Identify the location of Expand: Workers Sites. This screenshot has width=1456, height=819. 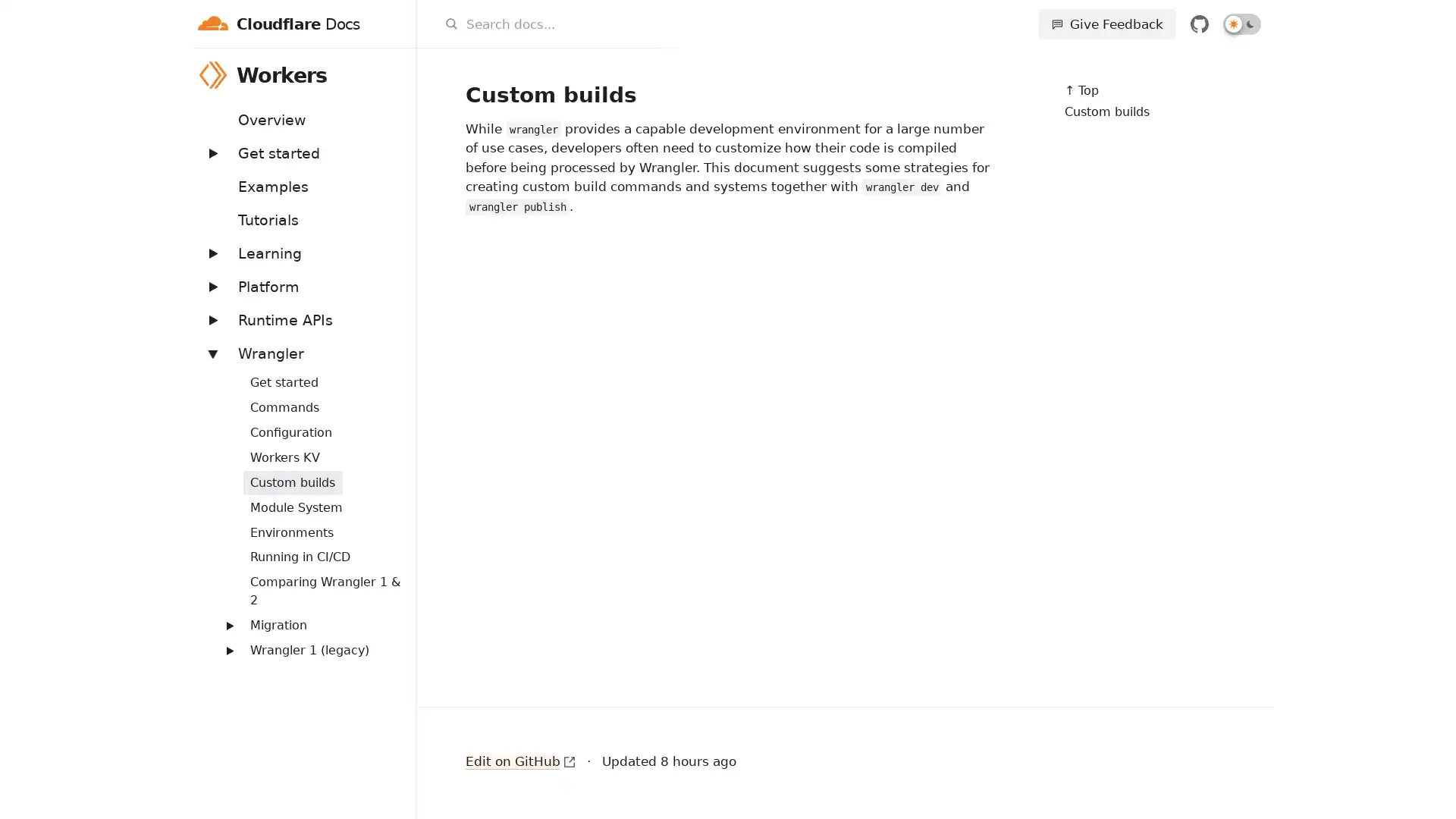
(221, 690).